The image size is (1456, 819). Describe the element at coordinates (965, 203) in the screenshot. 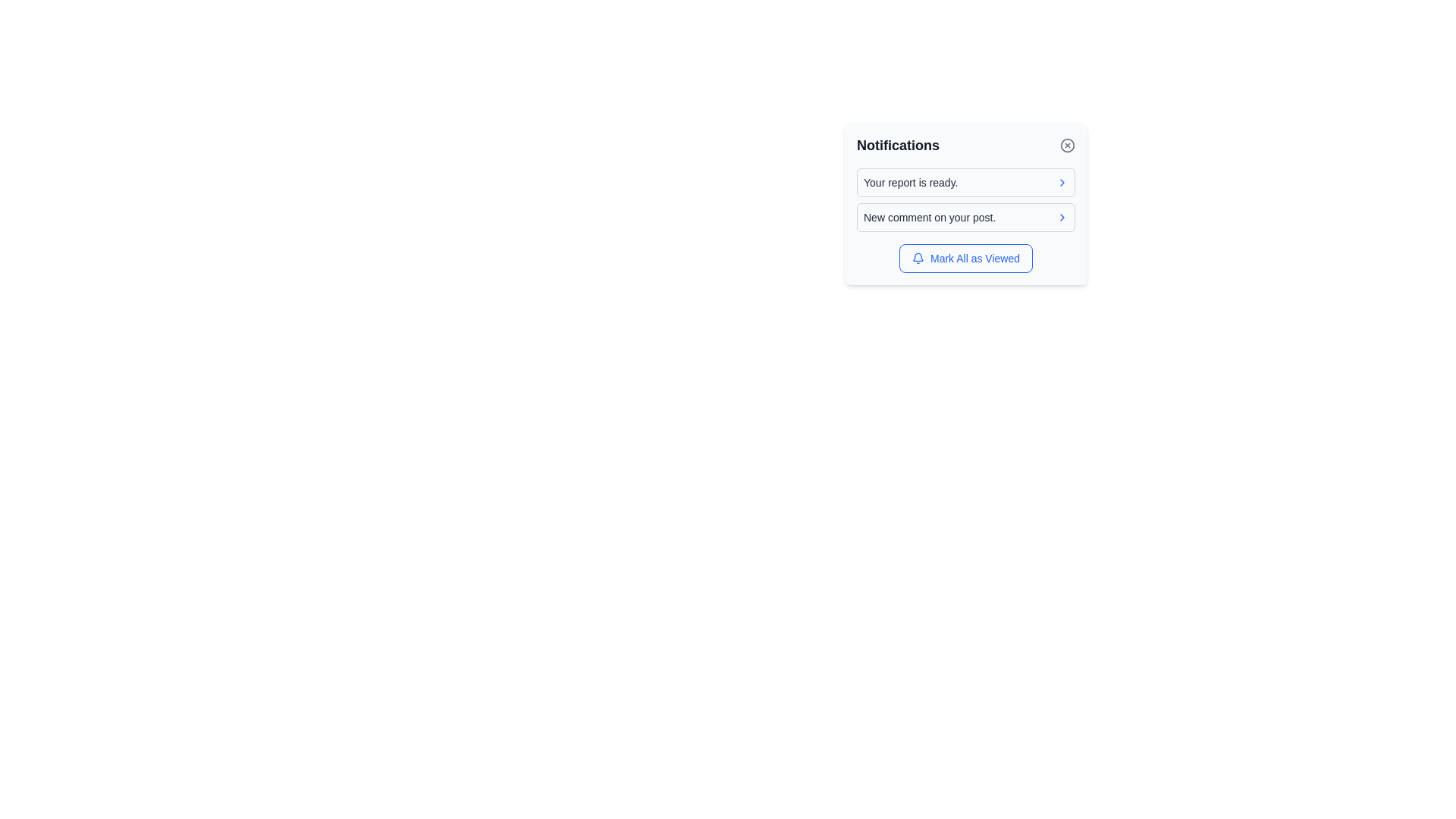

I see `the chevron icon located on the right side of the notifications list in the Information Panel, which is styled with a light gray background and rounded corners` at that location.